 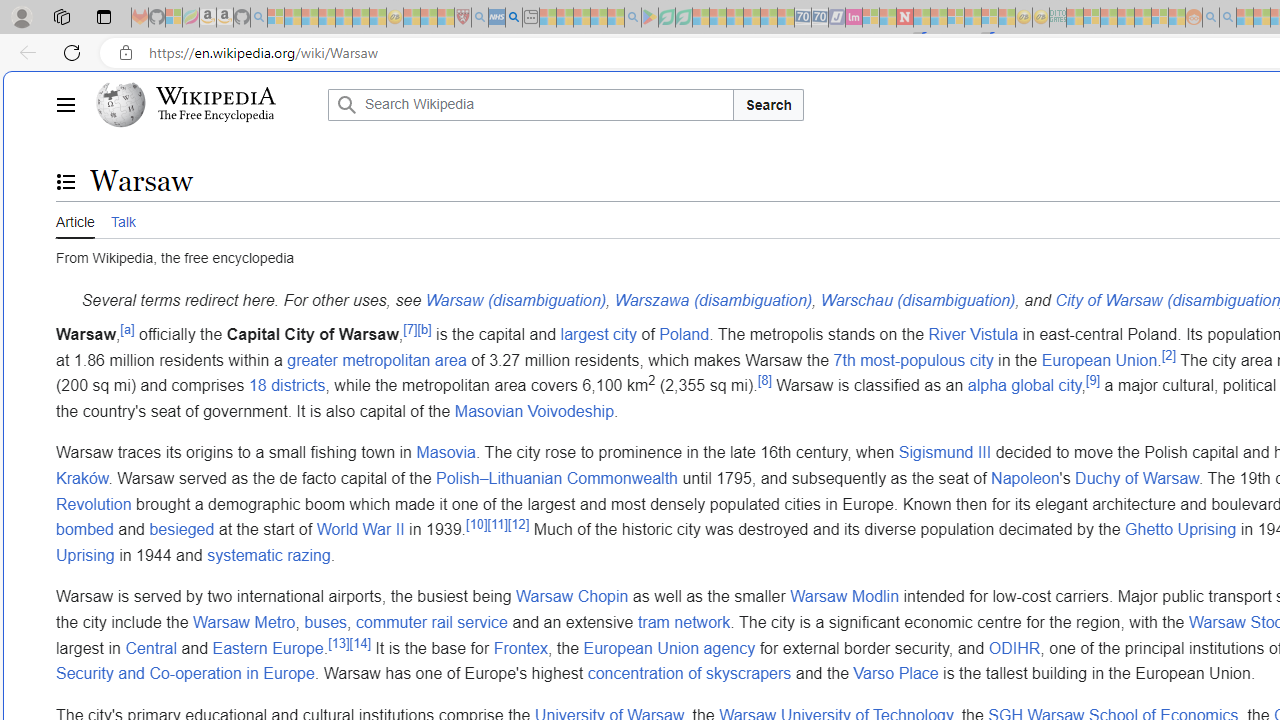 I want to click on 'systematic razing', so click(x=268, y=554).